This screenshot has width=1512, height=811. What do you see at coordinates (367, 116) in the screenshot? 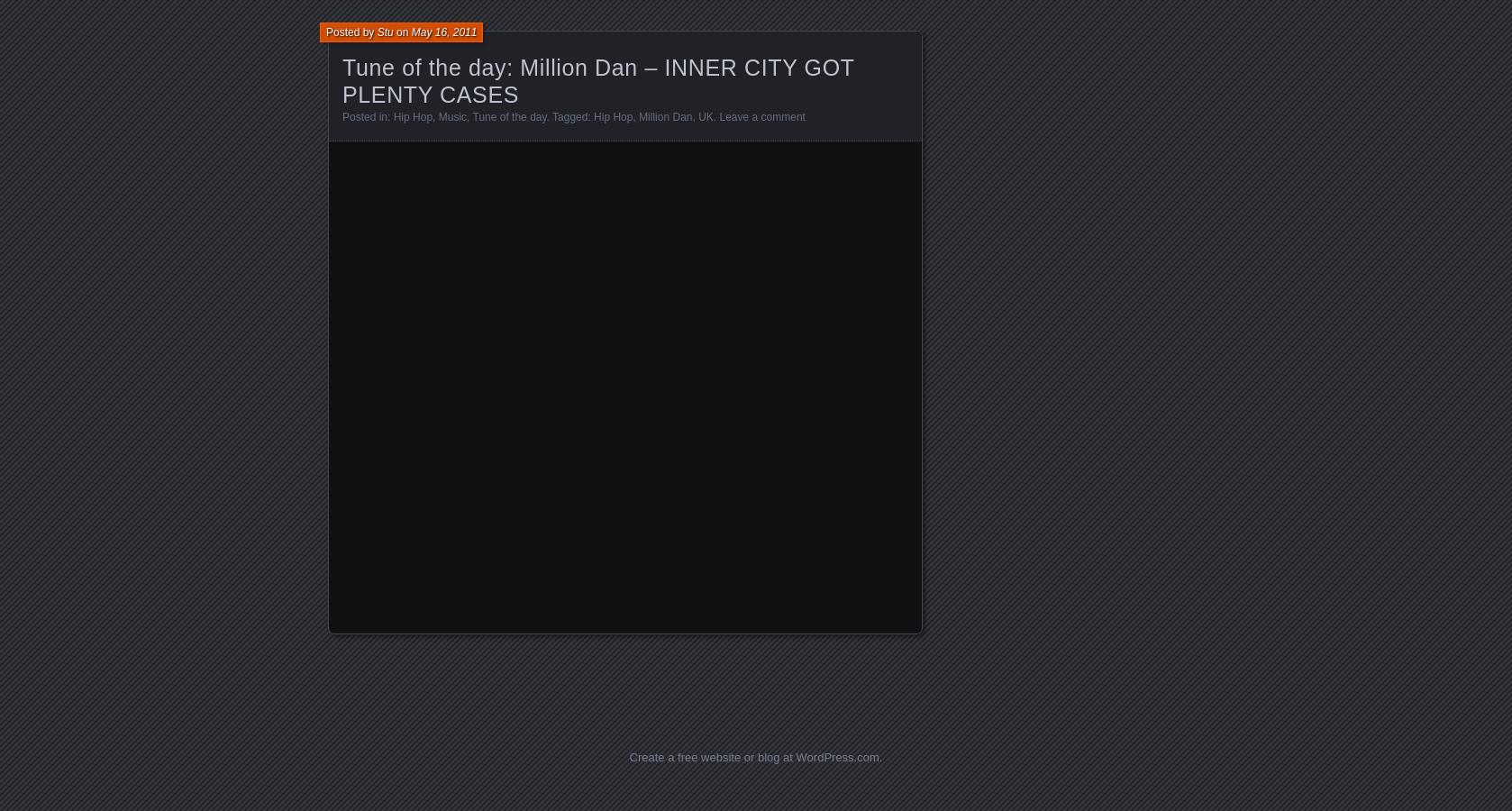
I see `'Posted in:'` at bounding box center [367, 116].